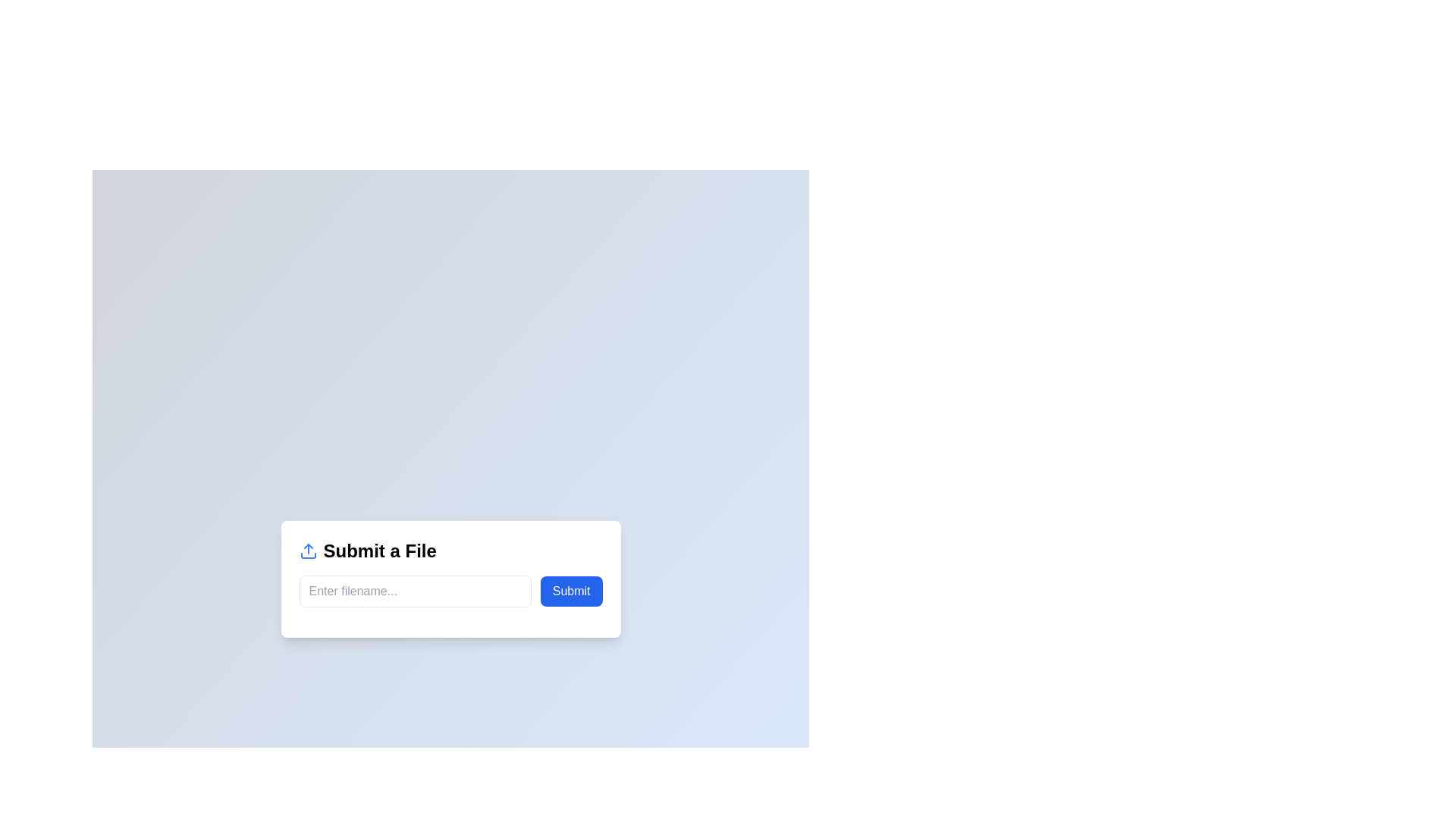 This screenshot has width=1456, height=819. I want to click on the blue rectangular button with rounded corners labeled 'Submit' to observe the color change effect, so click(570, 590).